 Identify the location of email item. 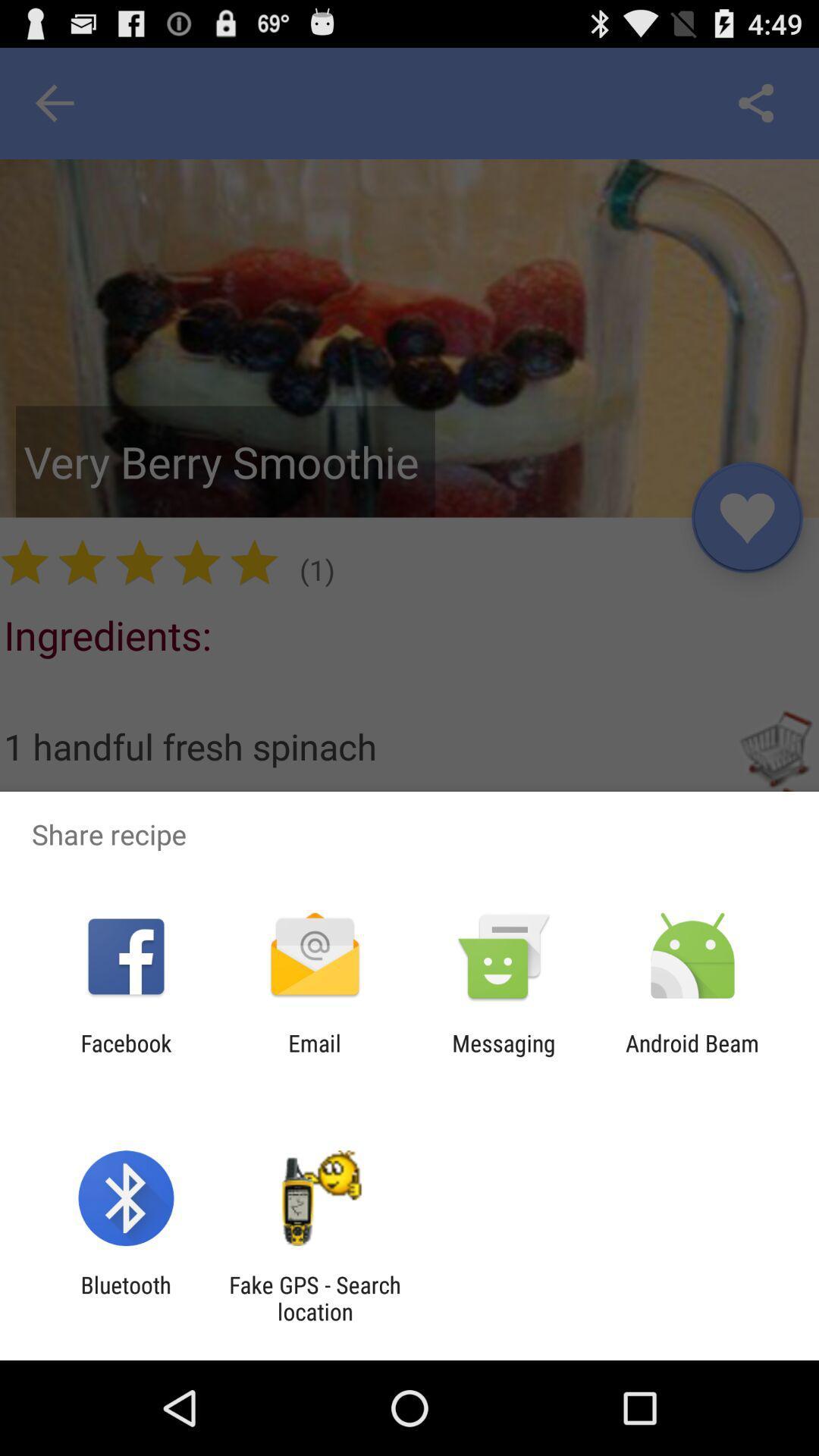
(314, 1056).